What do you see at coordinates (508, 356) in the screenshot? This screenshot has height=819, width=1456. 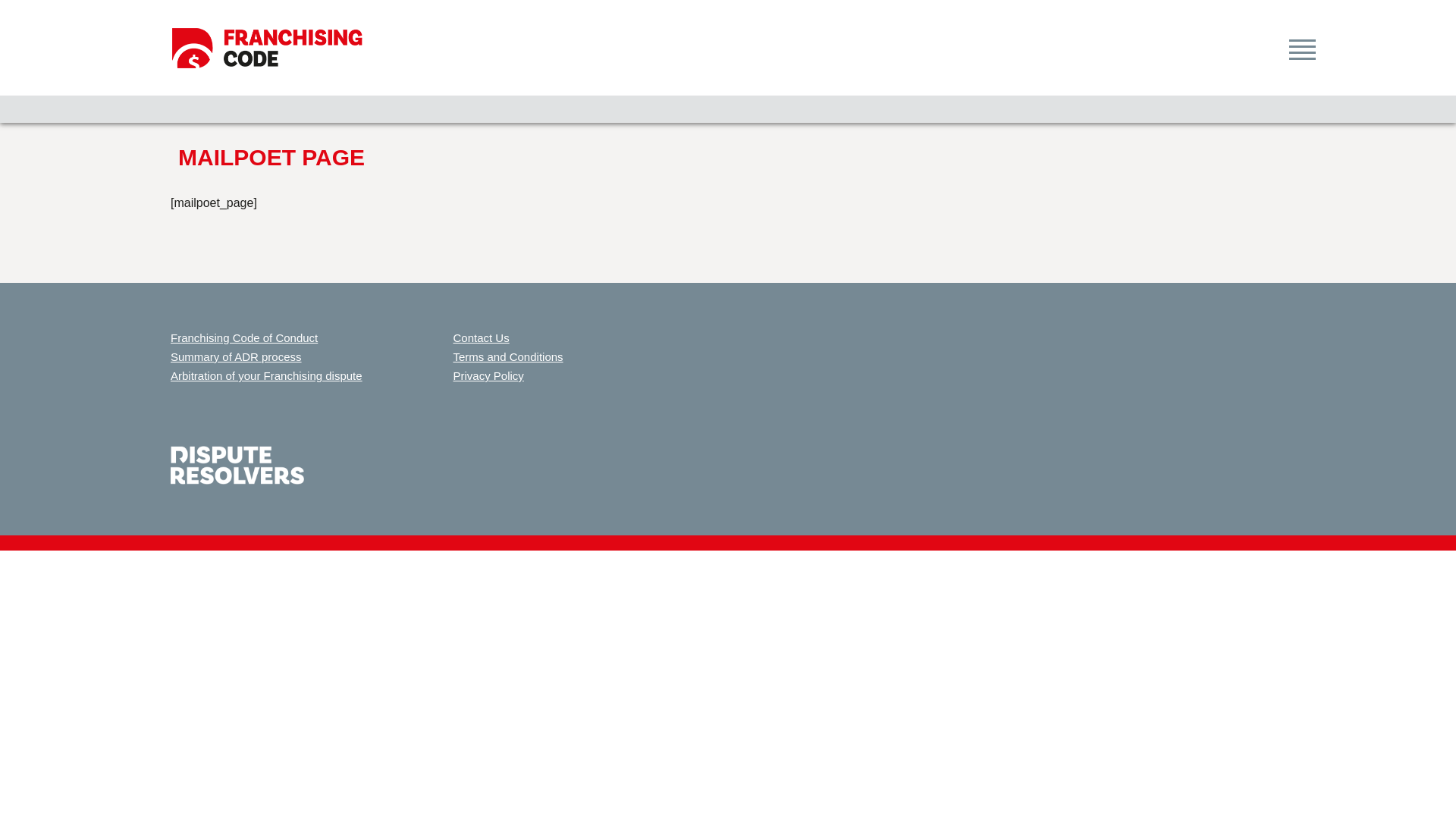 I see `'Terms and Conditions'` at bounding box center [508, 356].